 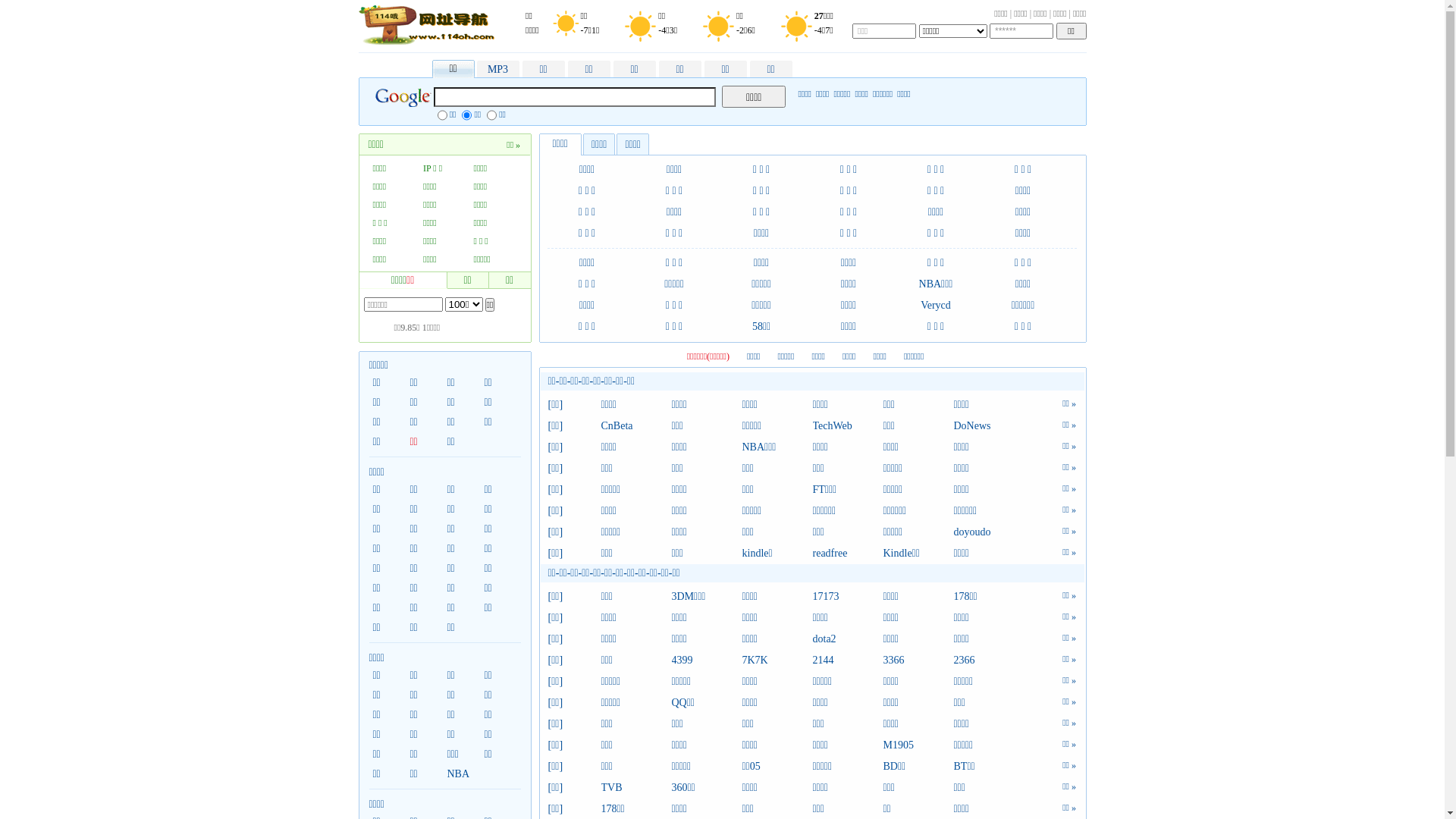 I want to click on 'readfree', so click(x=847, y=553).